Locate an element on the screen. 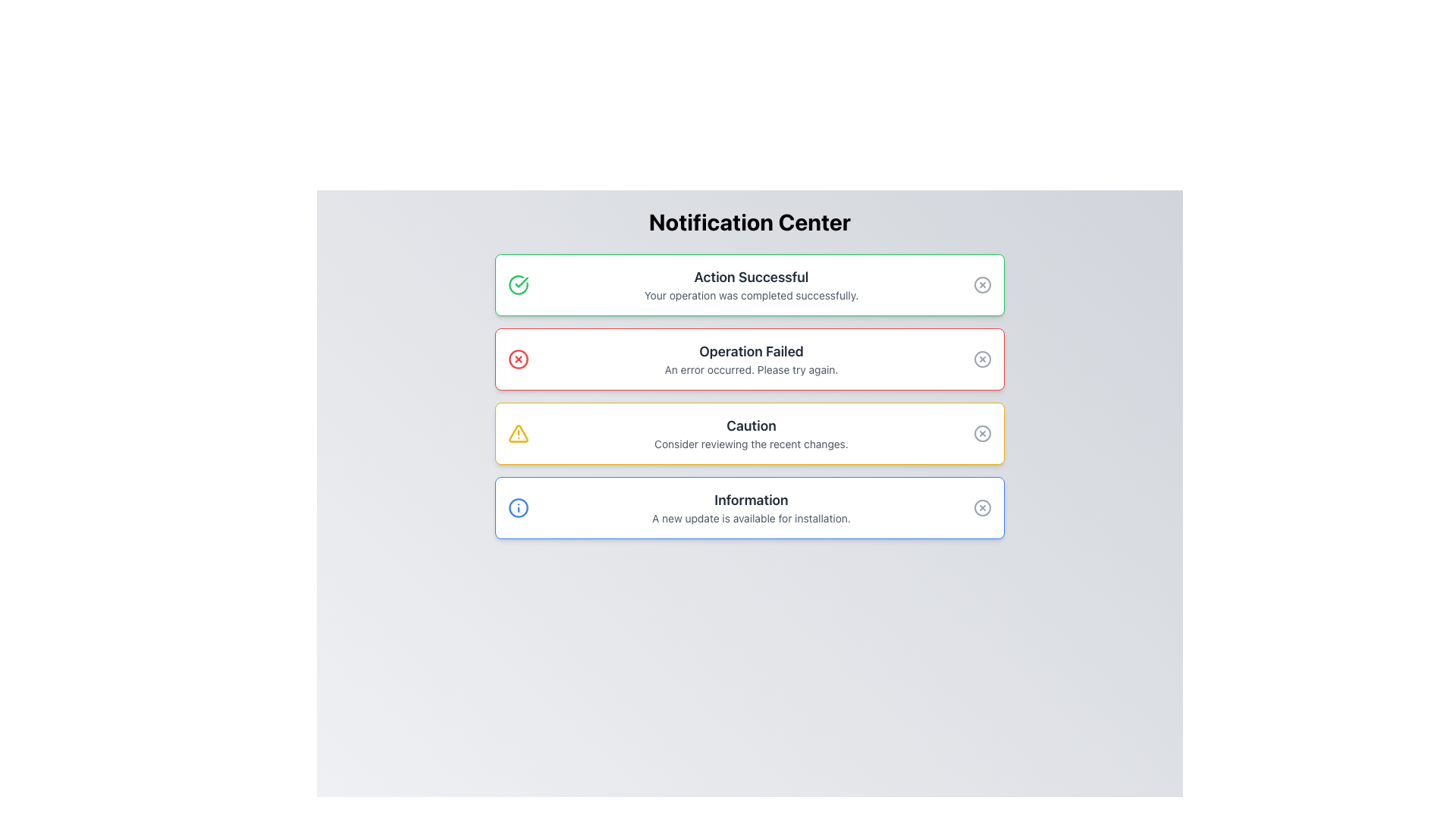 This screenshot has height=819, width=1456. the success icon located at the top-left corner of the 'Action Successful' notification card for feedback is located at coordinates (519, 284).